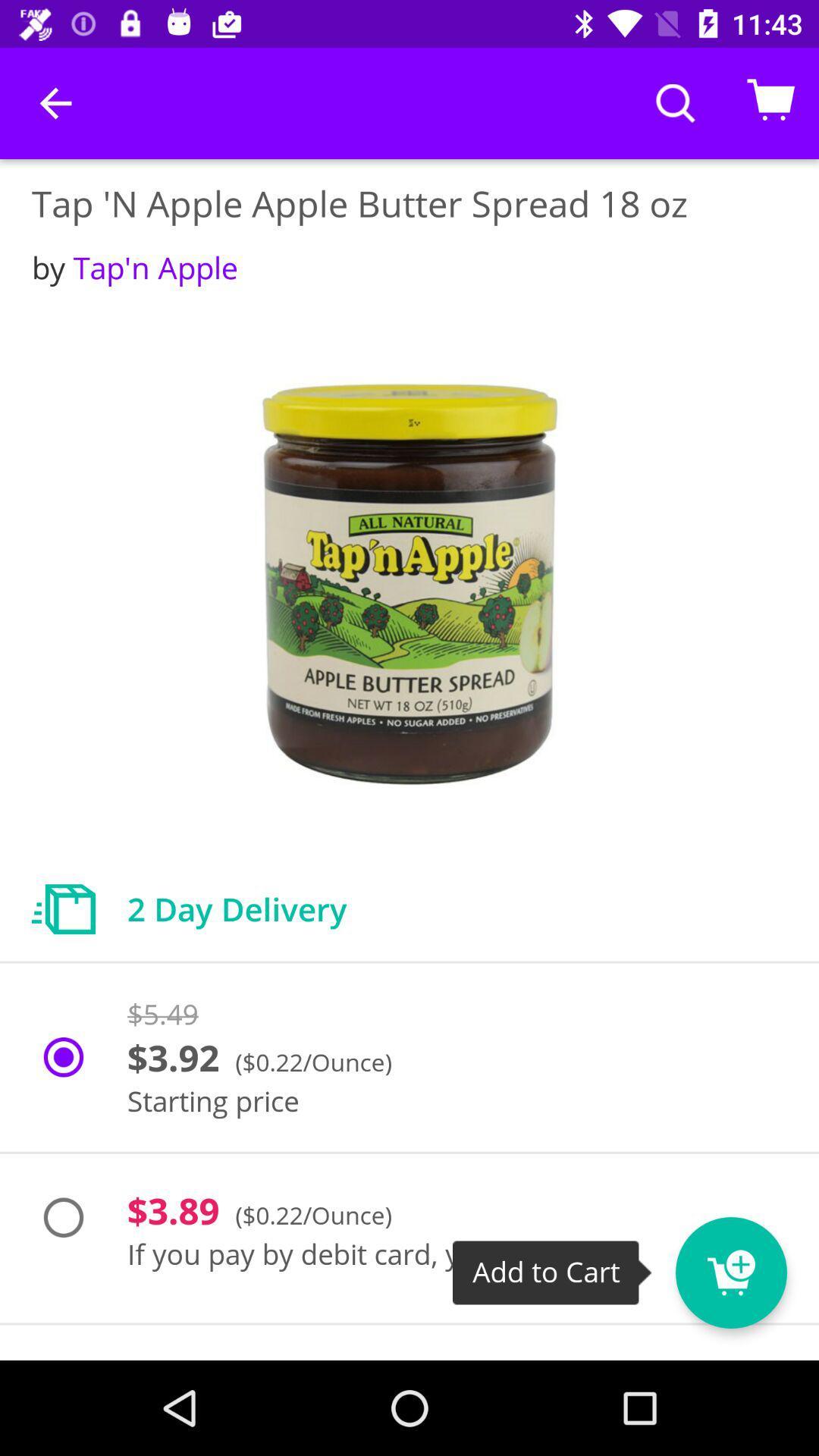 The width and height of the screenshot is (819, 1456). I want to click on item above tap n apple, so click(55, 102).